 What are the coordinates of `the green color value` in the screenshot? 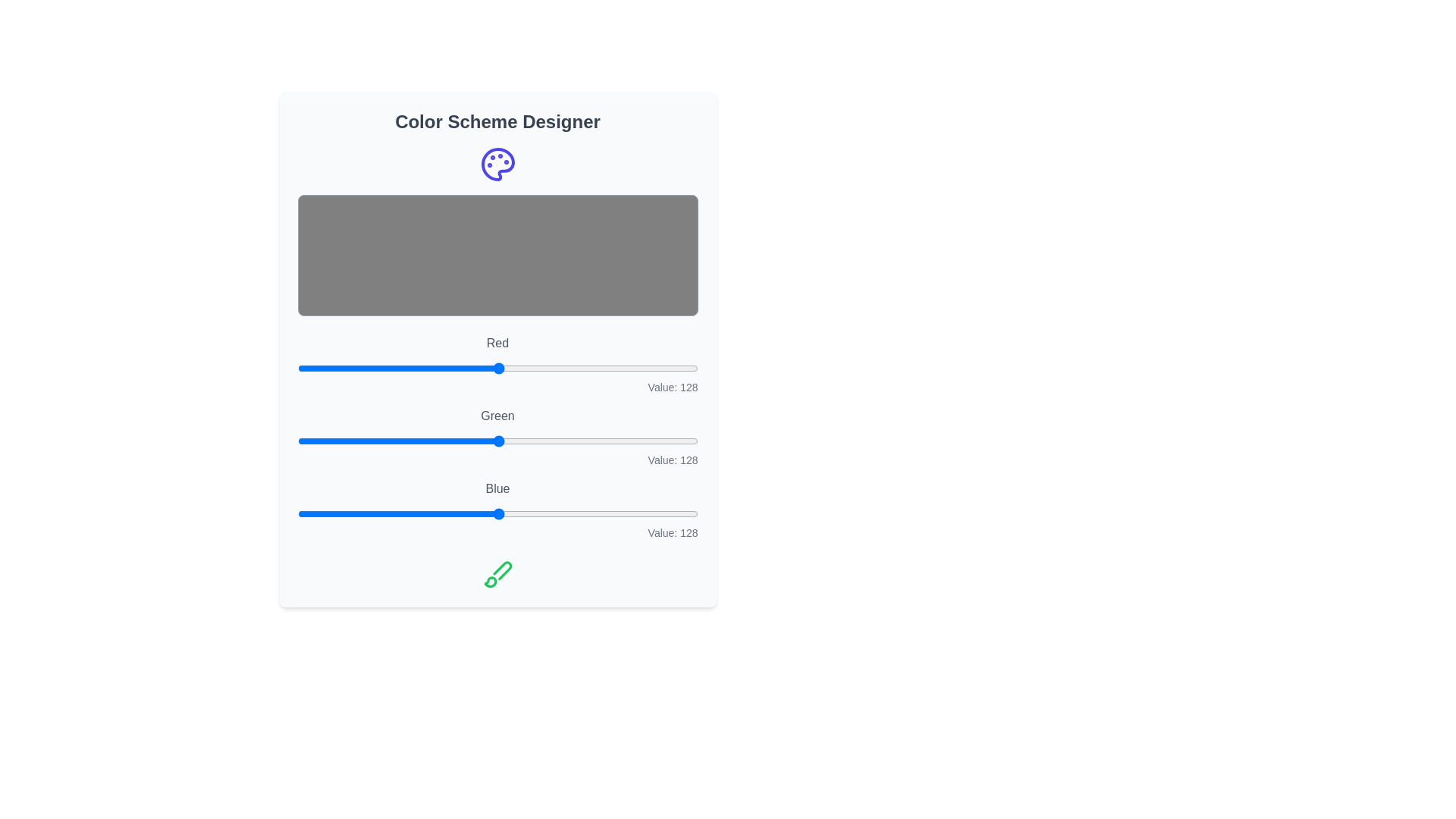 It's located at (679, 441).